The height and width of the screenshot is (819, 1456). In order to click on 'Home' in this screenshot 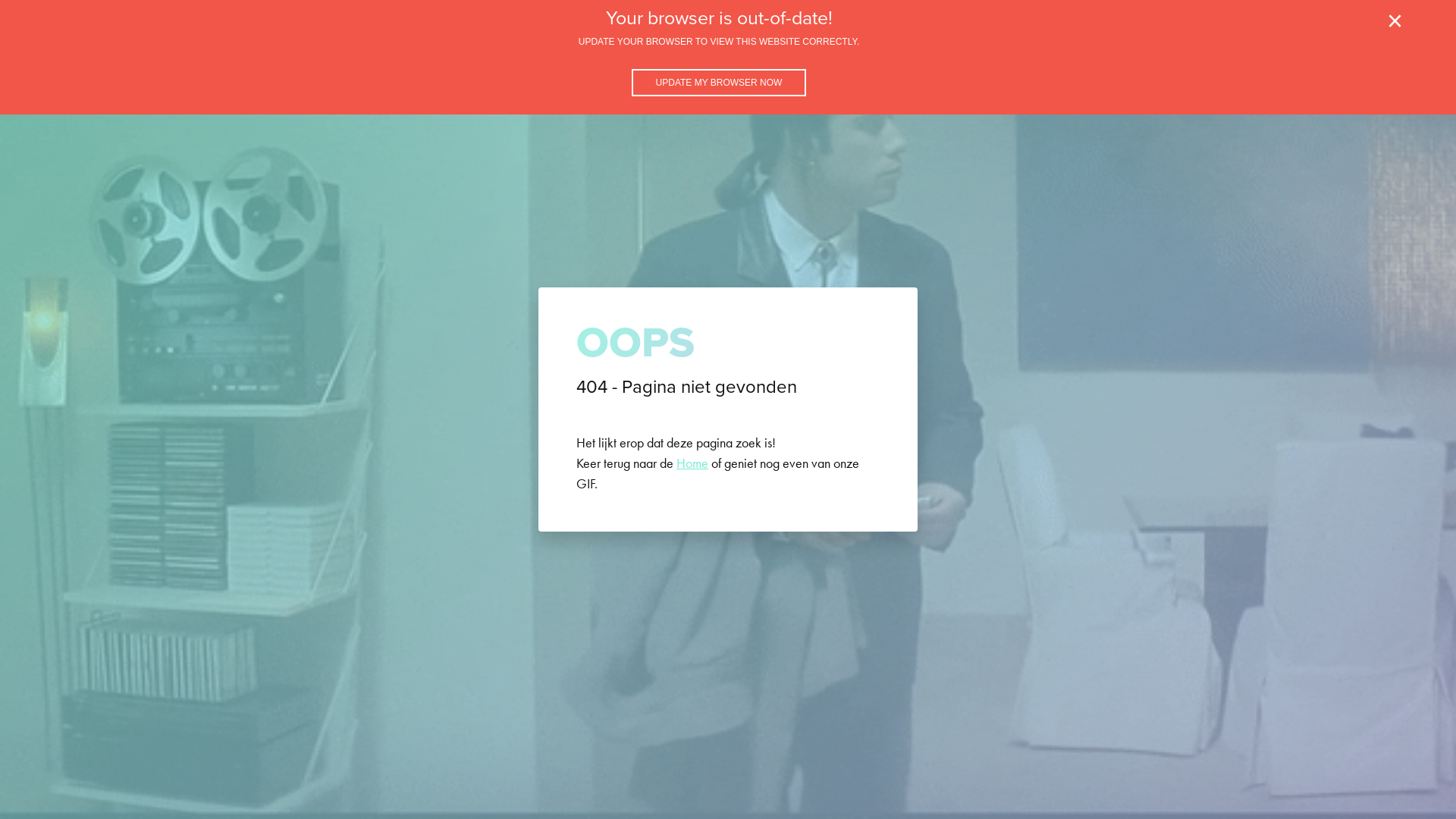, I will do `click(676, 462)`.